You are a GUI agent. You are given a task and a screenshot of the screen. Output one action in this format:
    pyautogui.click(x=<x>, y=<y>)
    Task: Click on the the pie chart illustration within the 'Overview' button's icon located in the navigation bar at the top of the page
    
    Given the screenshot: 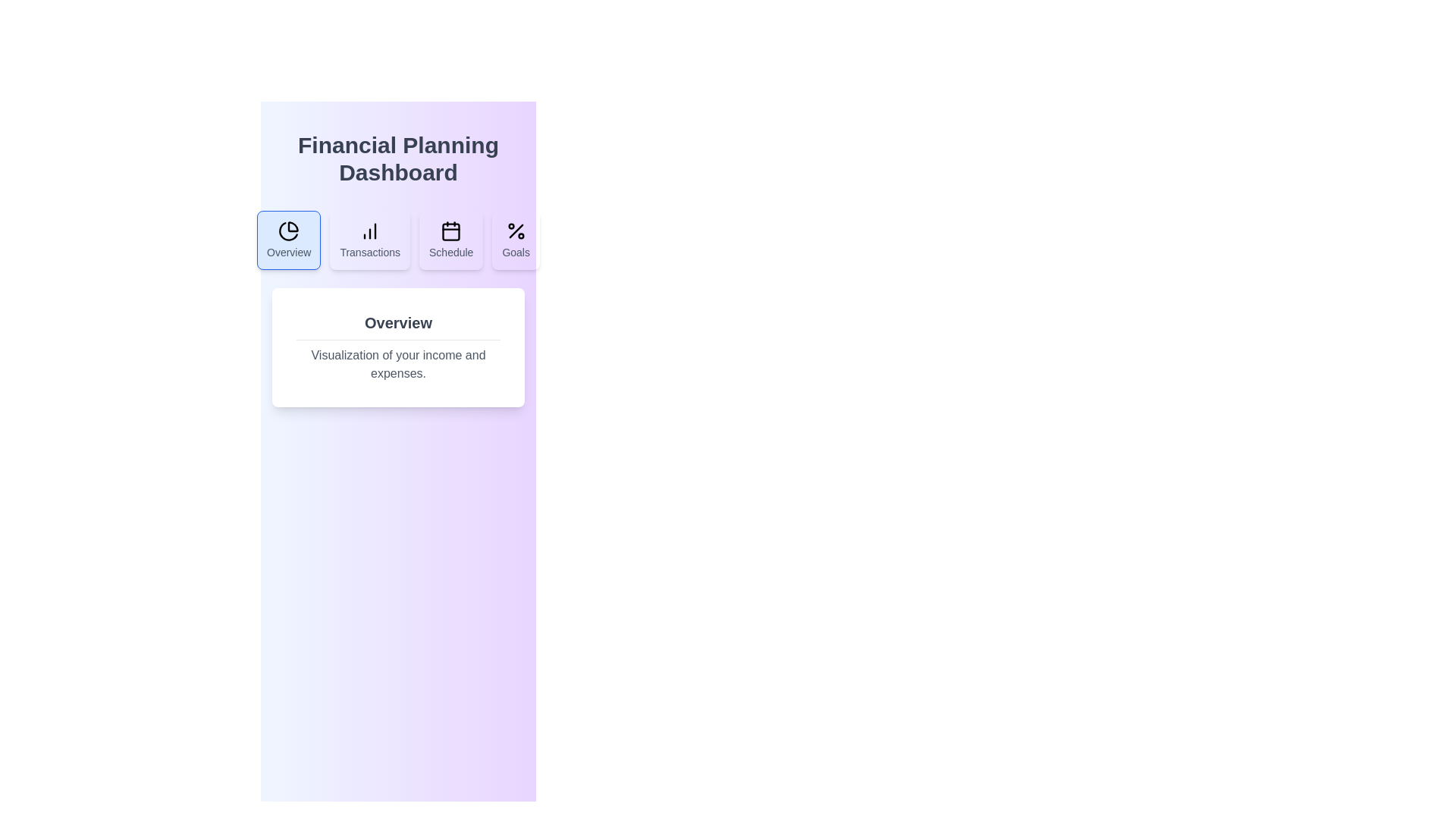 What is the action you would take?
    pyautogui.click(x=288, y=231)
    